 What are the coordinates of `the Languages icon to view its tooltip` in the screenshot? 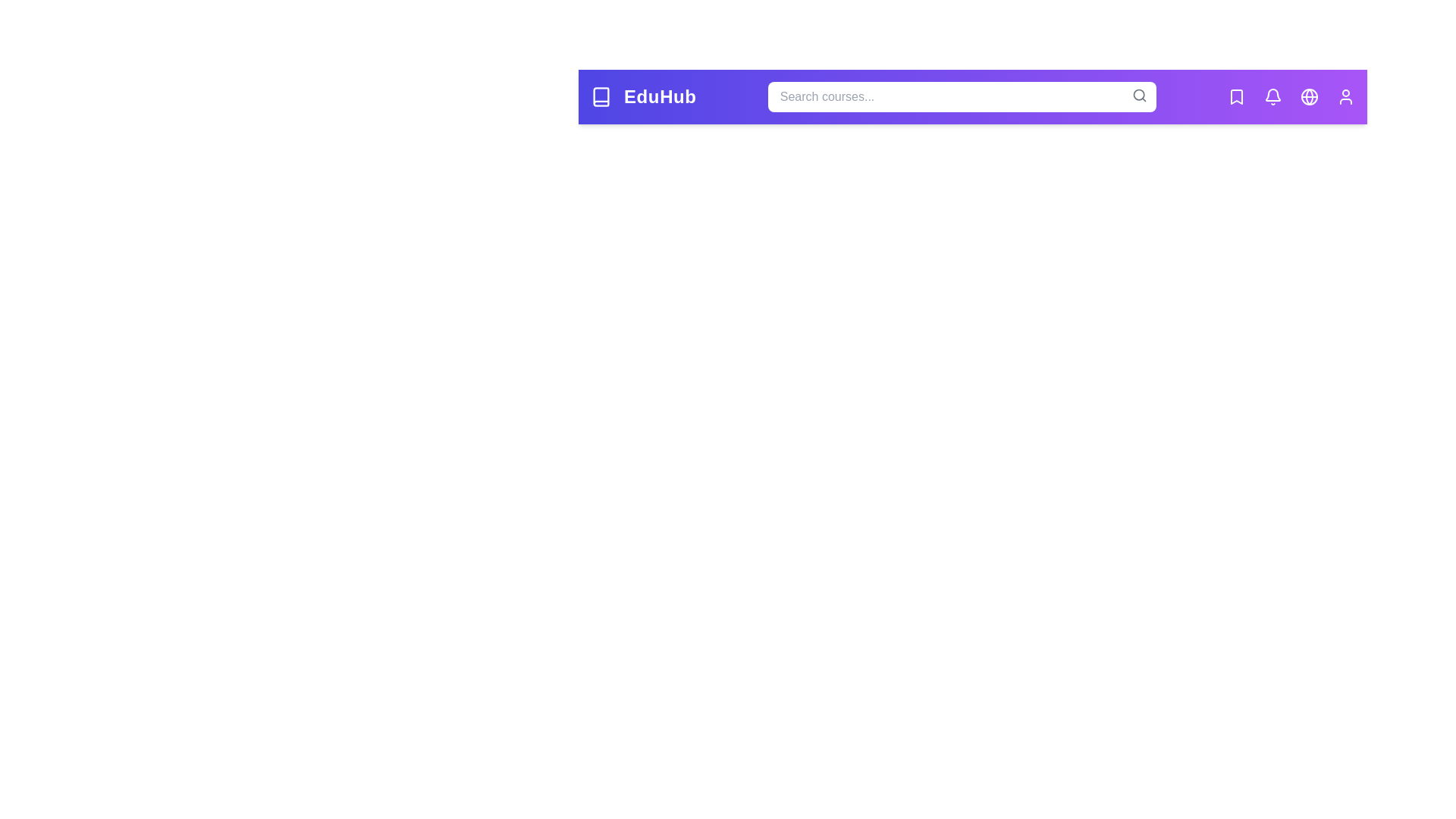 It's located at (1309, 96).